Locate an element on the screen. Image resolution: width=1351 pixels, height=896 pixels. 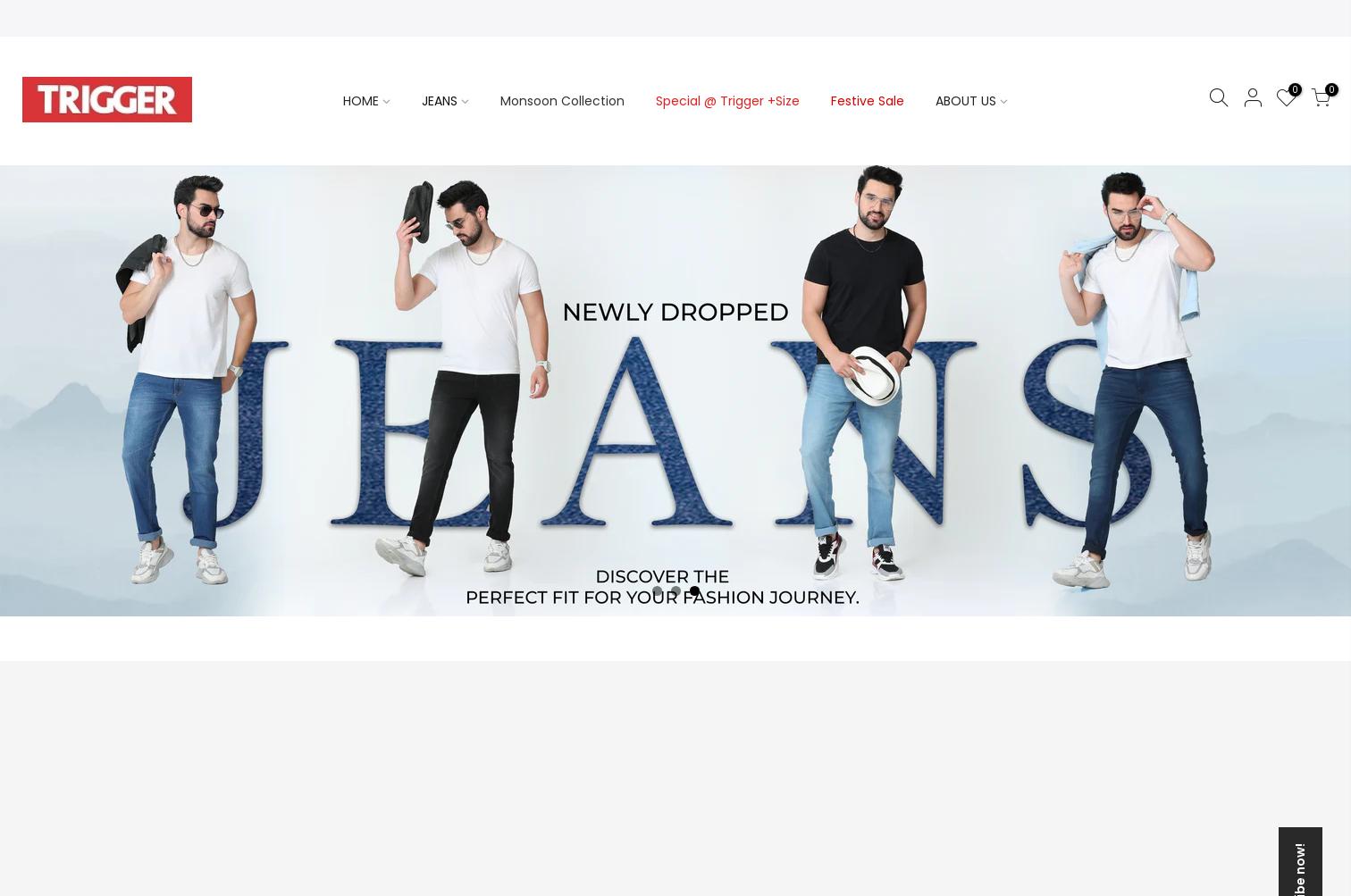
'Upcoming collections' is located at coordinates (409, 818).